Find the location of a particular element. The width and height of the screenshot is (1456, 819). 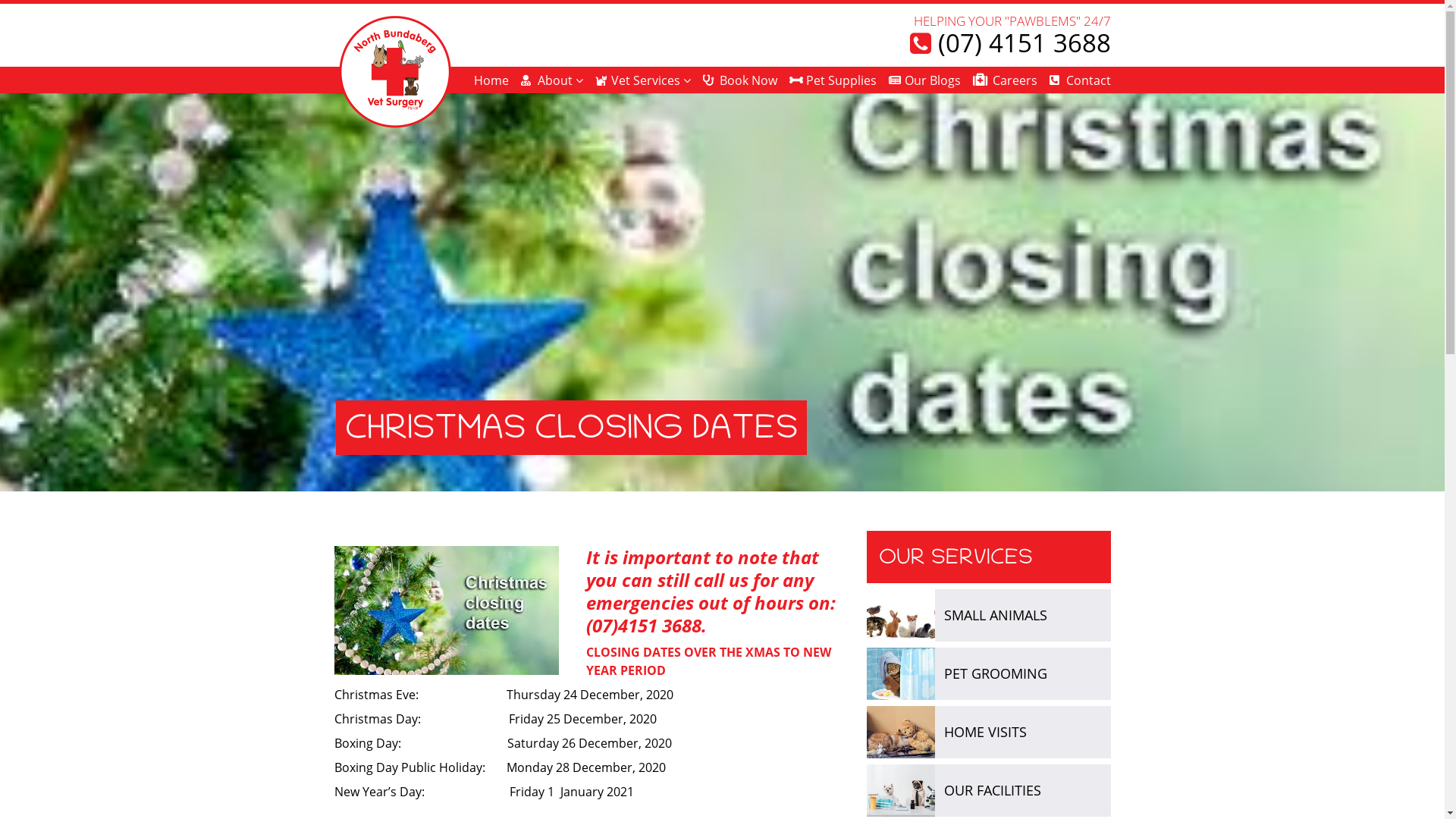

'Book Now' is located at coordinates (739, 80).